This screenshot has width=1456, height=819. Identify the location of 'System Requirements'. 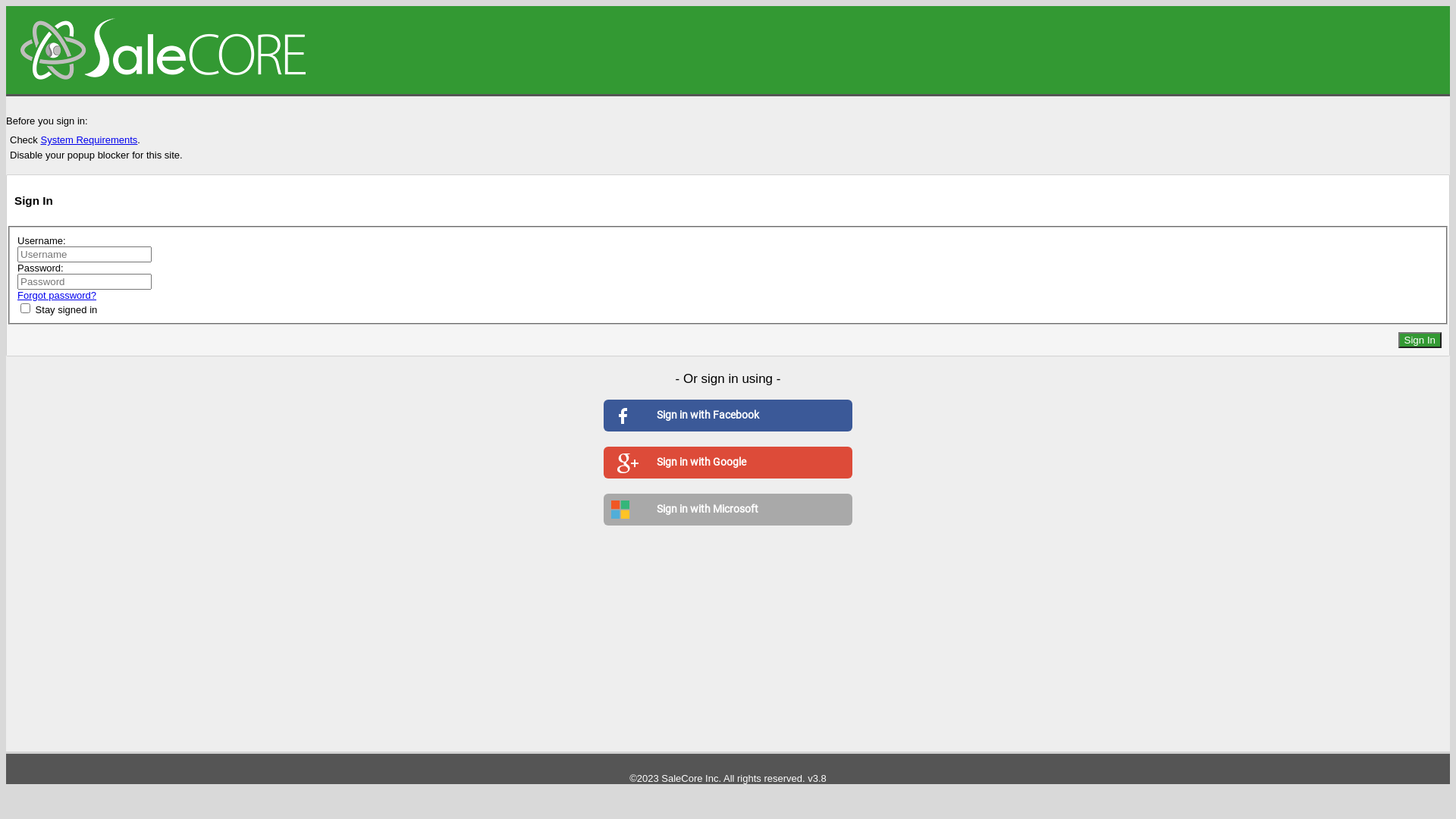
(87, 140).